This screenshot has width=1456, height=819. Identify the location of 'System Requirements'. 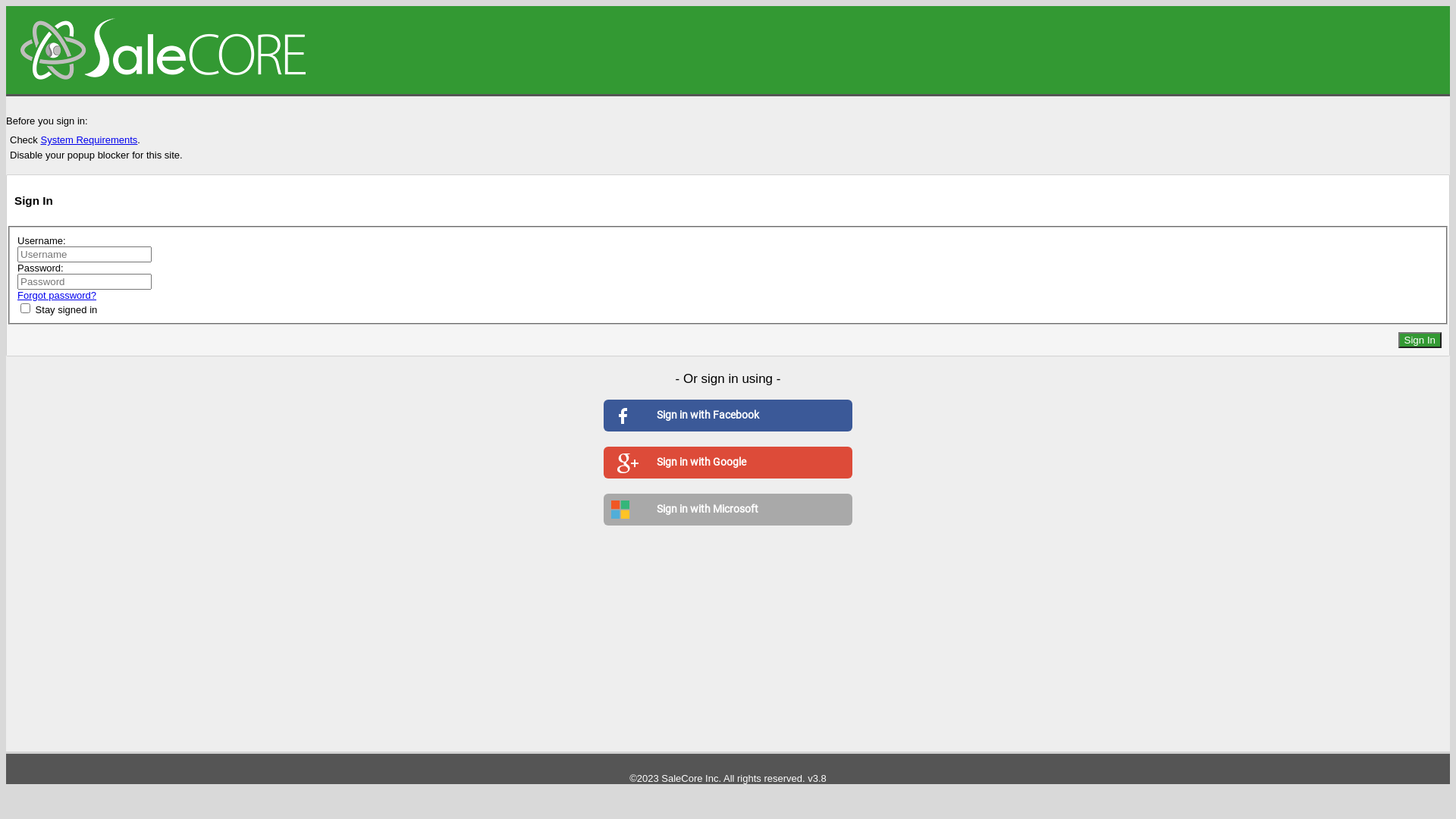
(87, 140).